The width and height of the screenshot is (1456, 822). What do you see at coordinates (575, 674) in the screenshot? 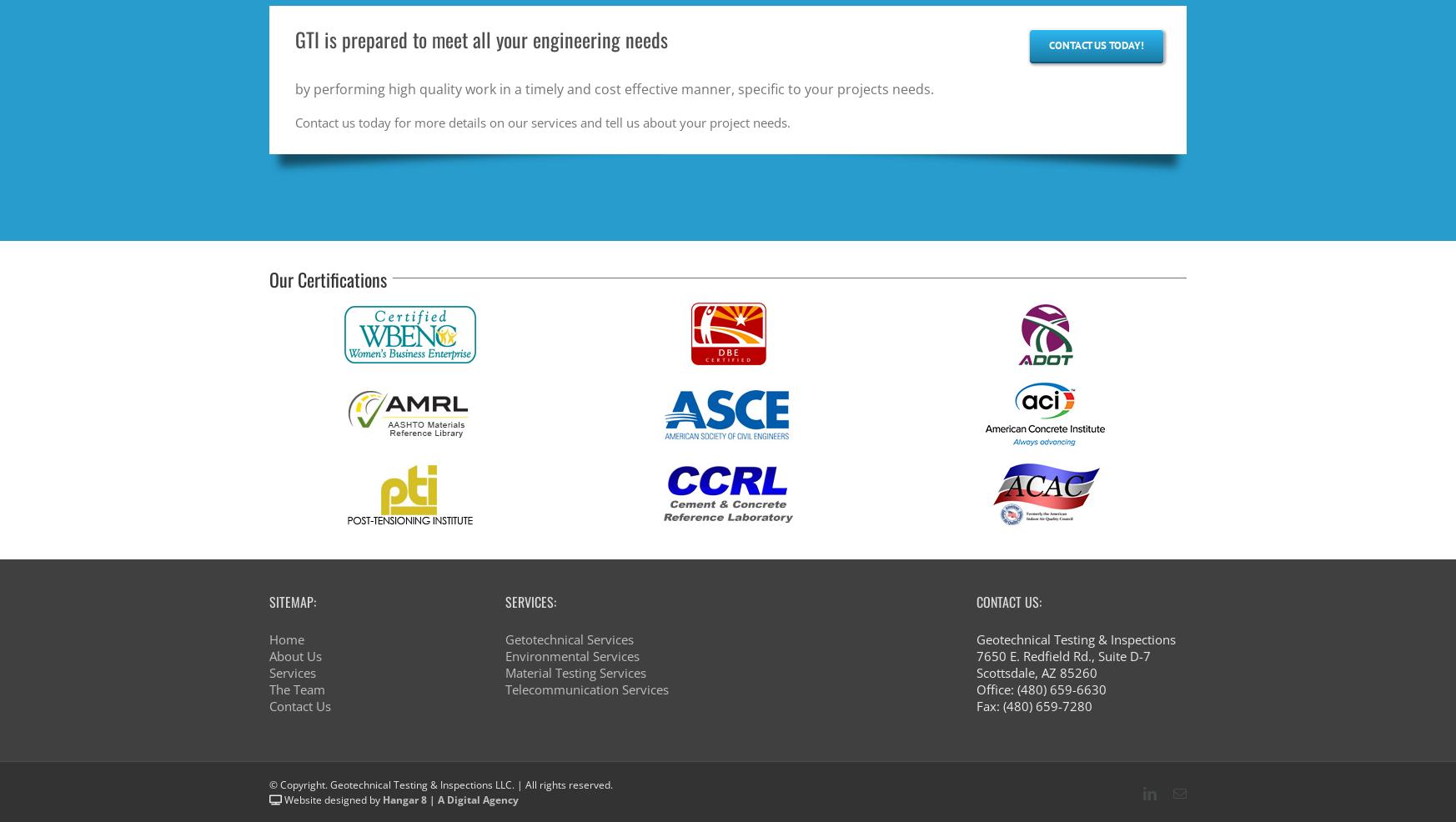
I see `'Material Testing Services'` at bounding box center [575, 674].